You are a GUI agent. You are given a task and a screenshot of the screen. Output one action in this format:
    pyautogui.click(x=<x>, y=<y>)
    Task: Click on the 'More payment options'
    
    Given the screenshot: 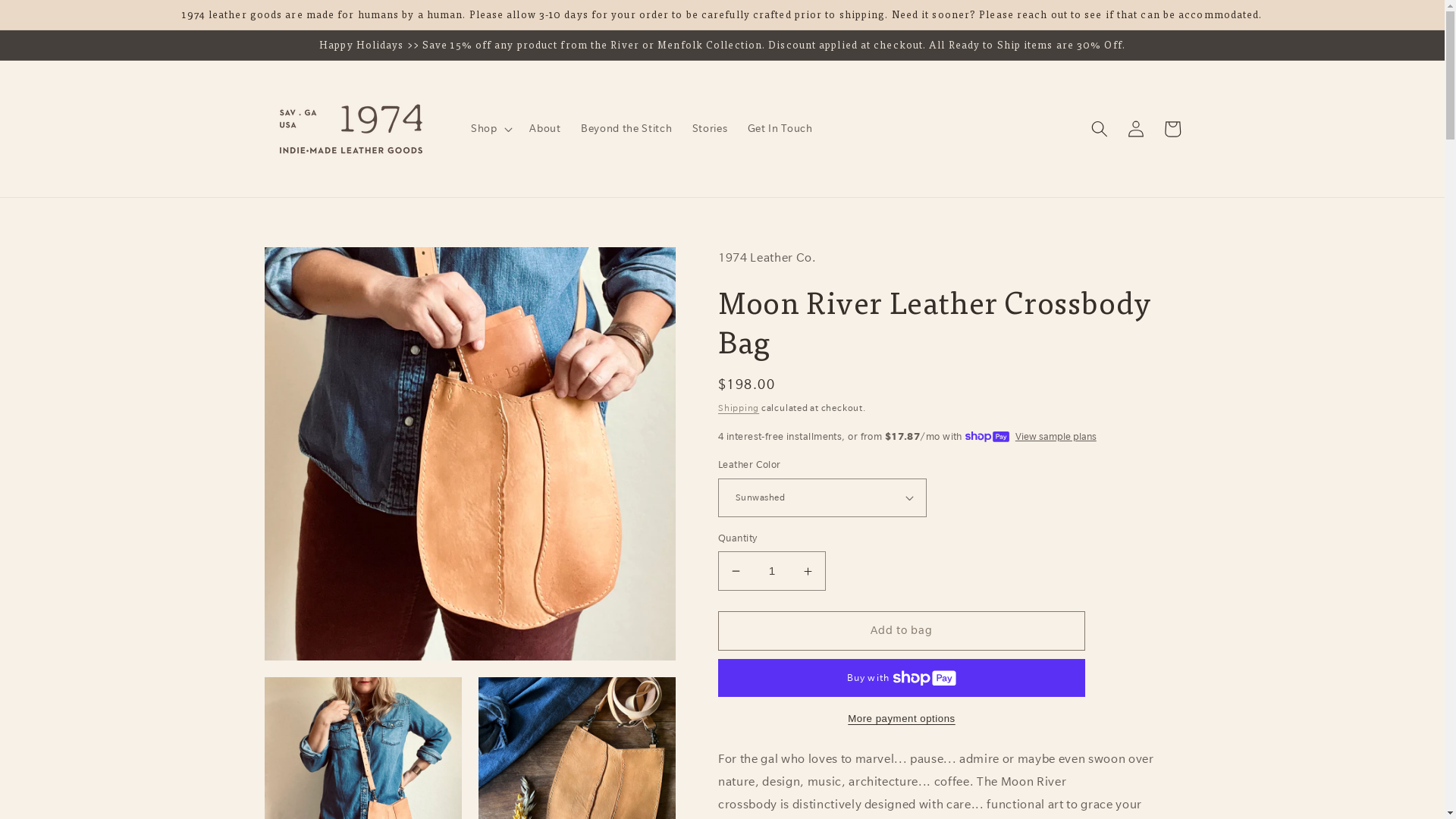 What is the action you would take?
    pyautogui.click(x=902, y=717)
    